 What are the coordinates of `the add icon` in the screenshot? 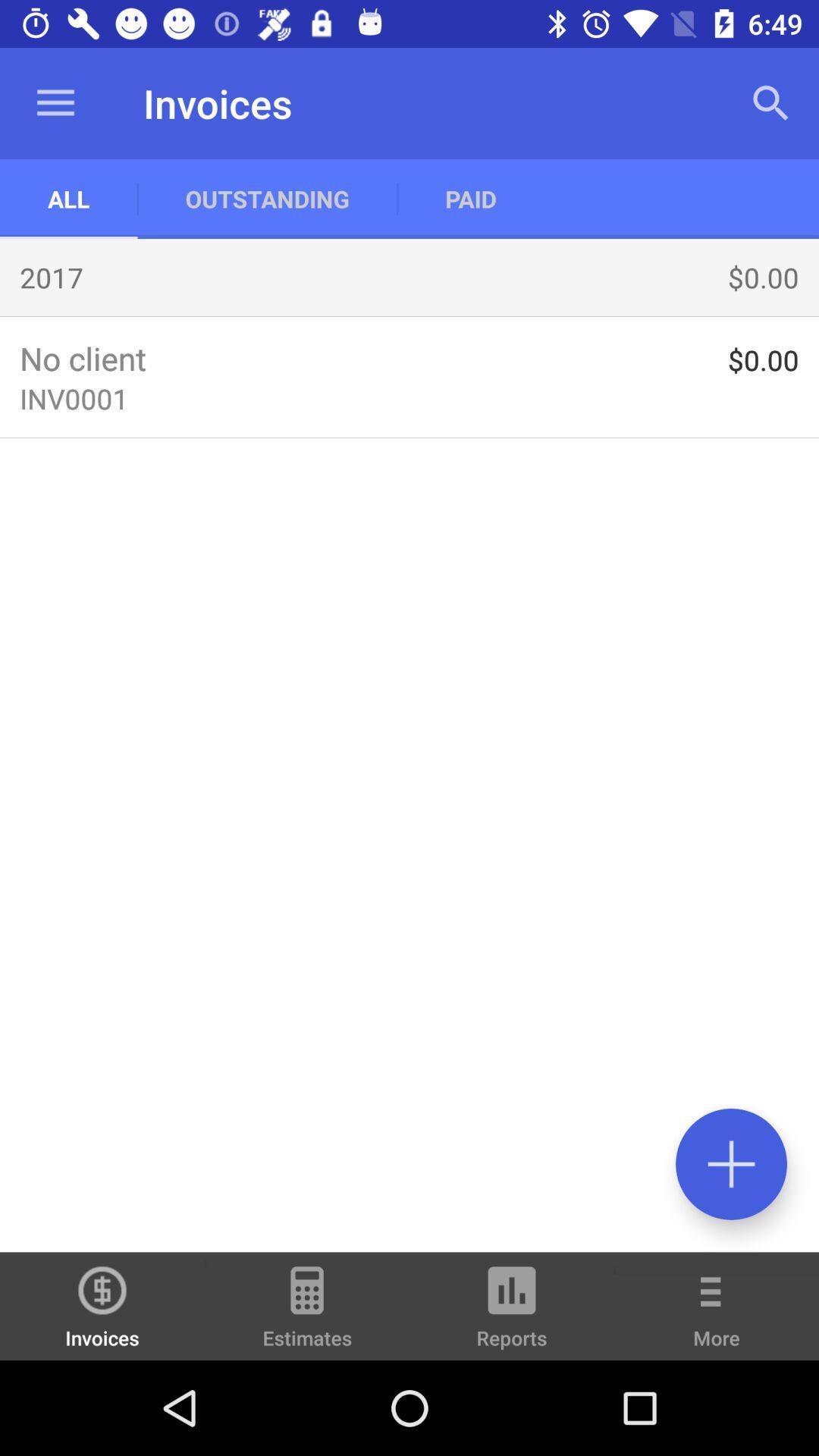 It's located at (730, 1163).